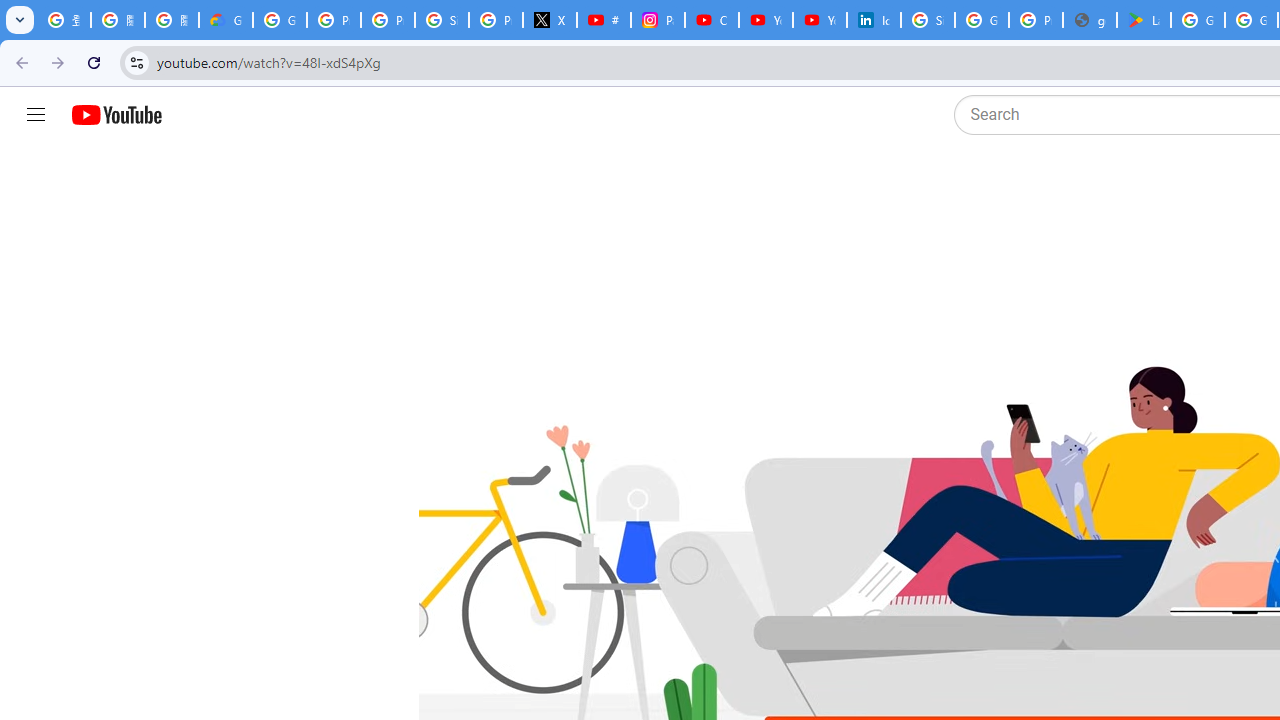 The image size is (1280, 720). What do you see at coordinates (1144, 20) in the screenshot?
I see `'Last Shelter: Survival - Apps on Google Play'` at bounding box center [1144, 20].